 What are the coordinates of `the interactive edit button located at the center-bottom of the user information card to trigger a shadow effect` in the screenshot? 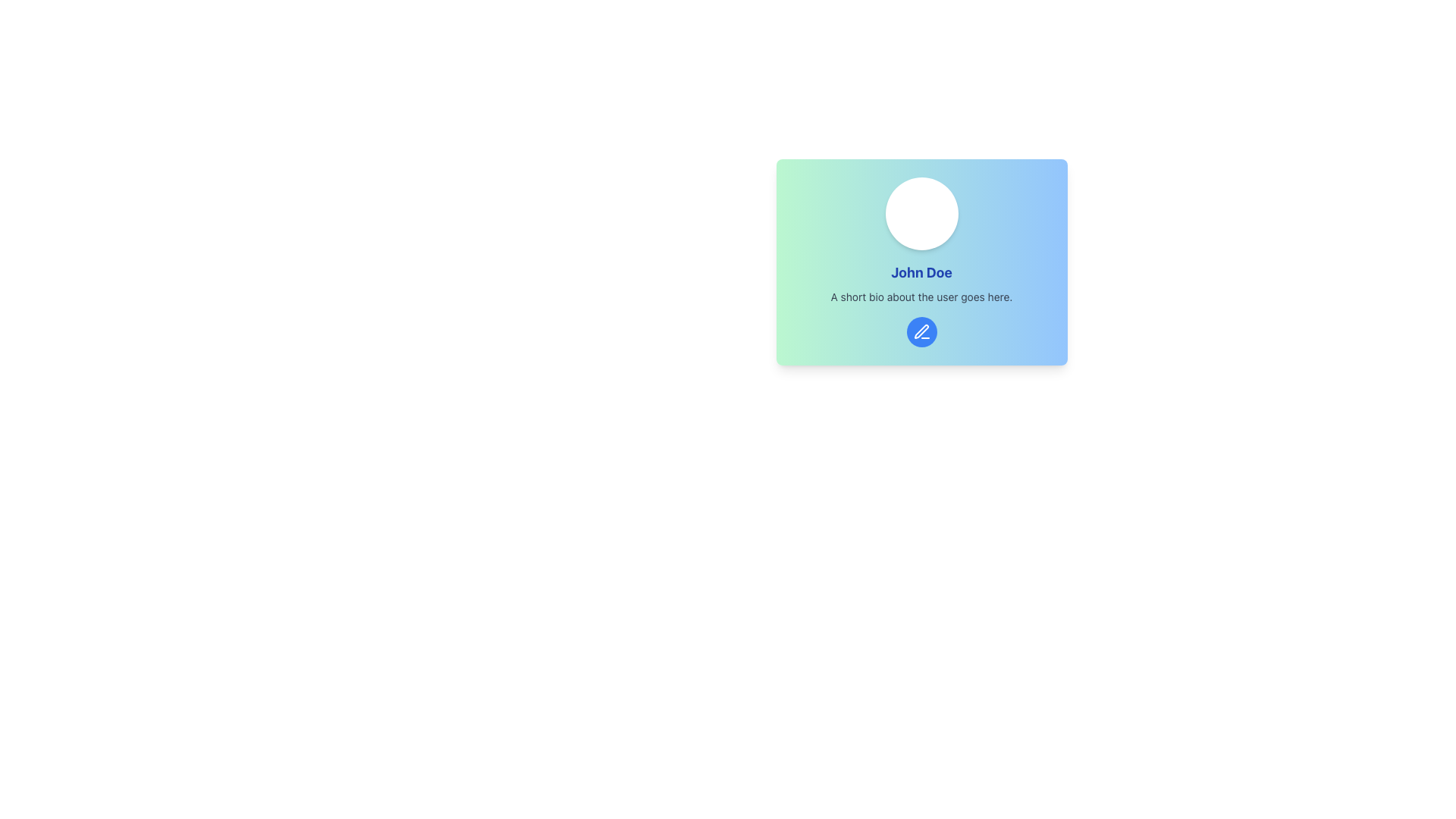 It's located at (921, 331).